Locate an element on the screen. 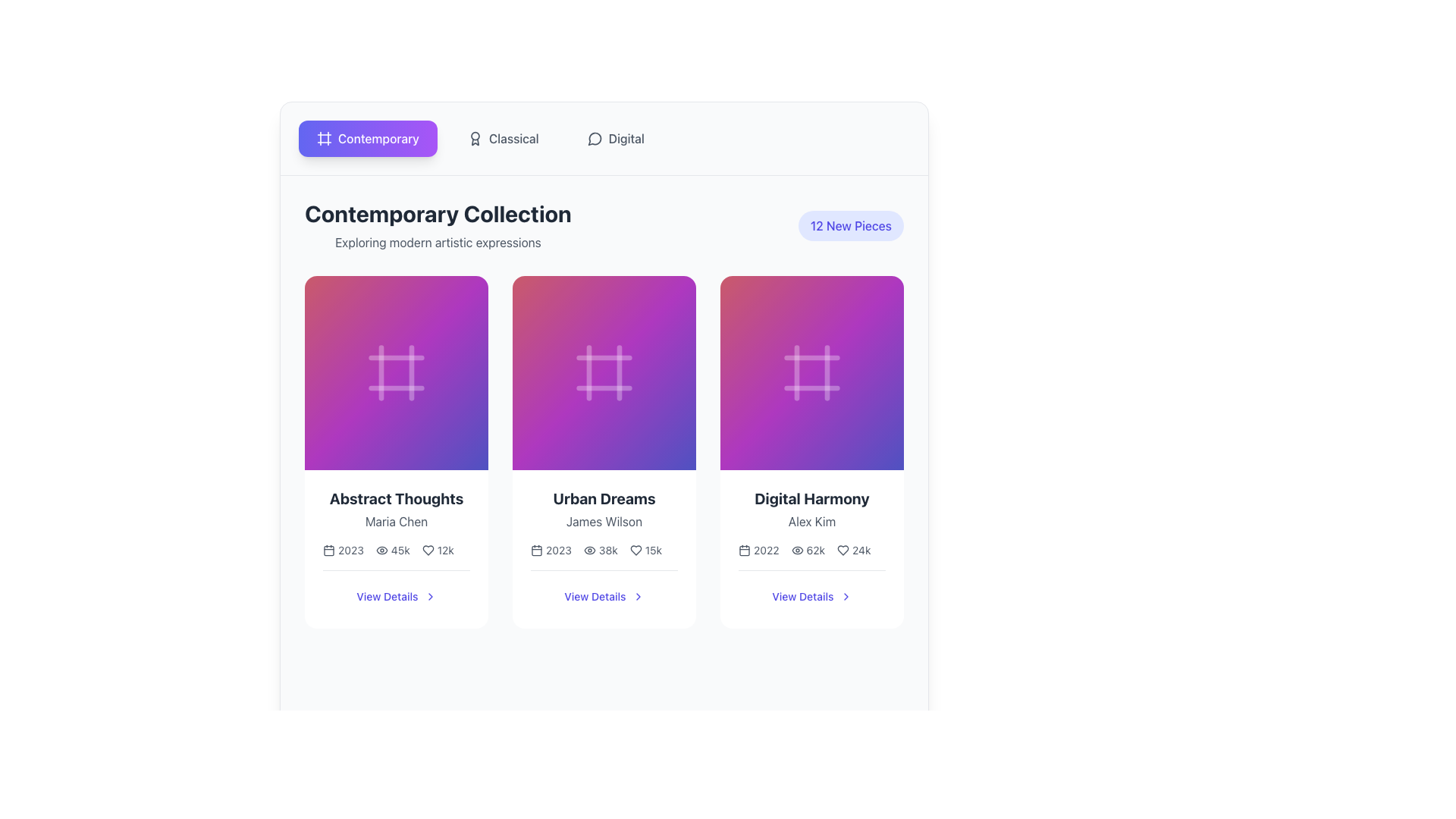 The image size is (1456, 819). the calendar icon located to the left of the text '2022' within the 'Digital Harmony' card is located at coordinates (745, 550).